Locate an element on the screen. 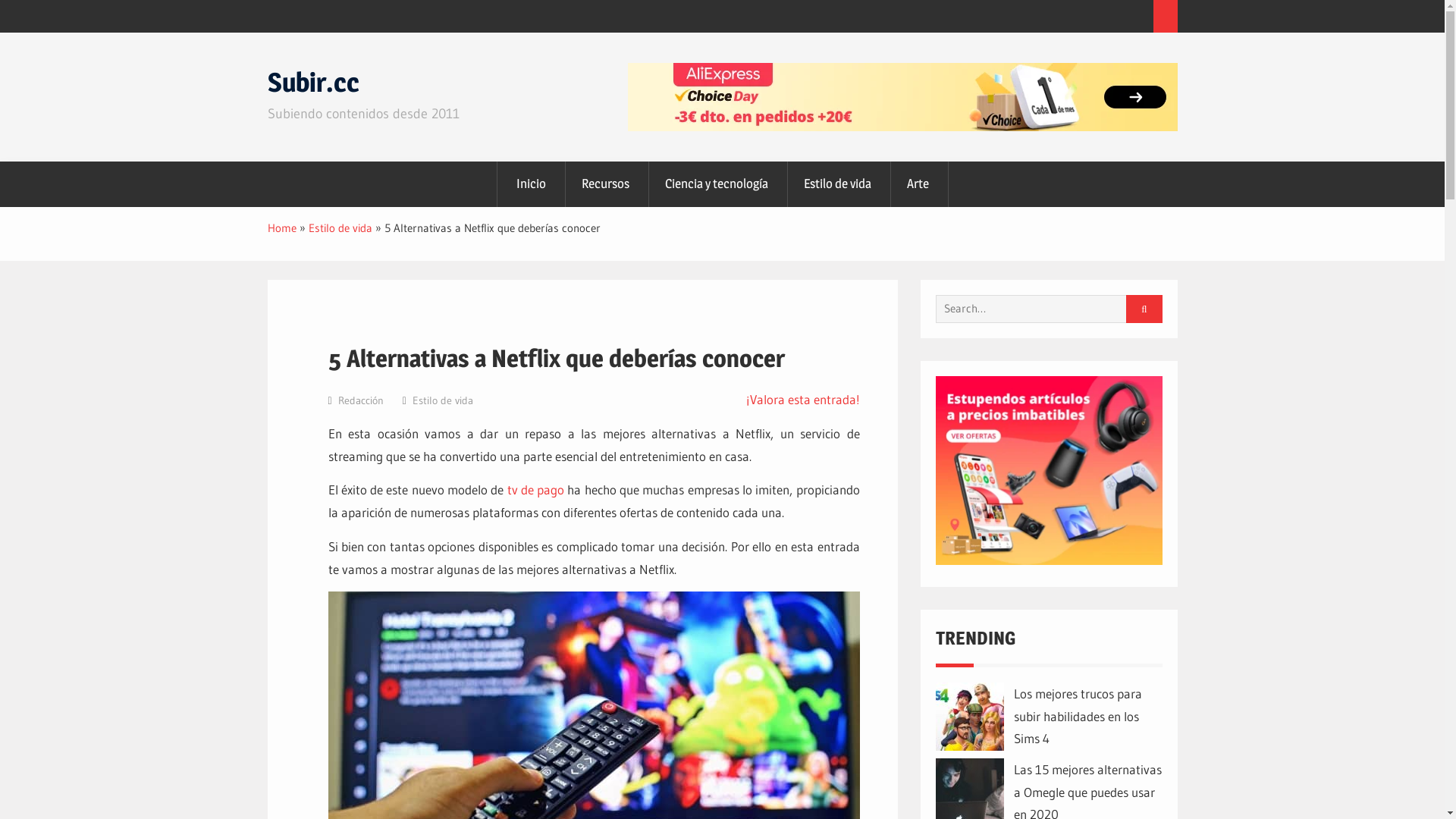  'Arte' is located at coordinates (887, 184).